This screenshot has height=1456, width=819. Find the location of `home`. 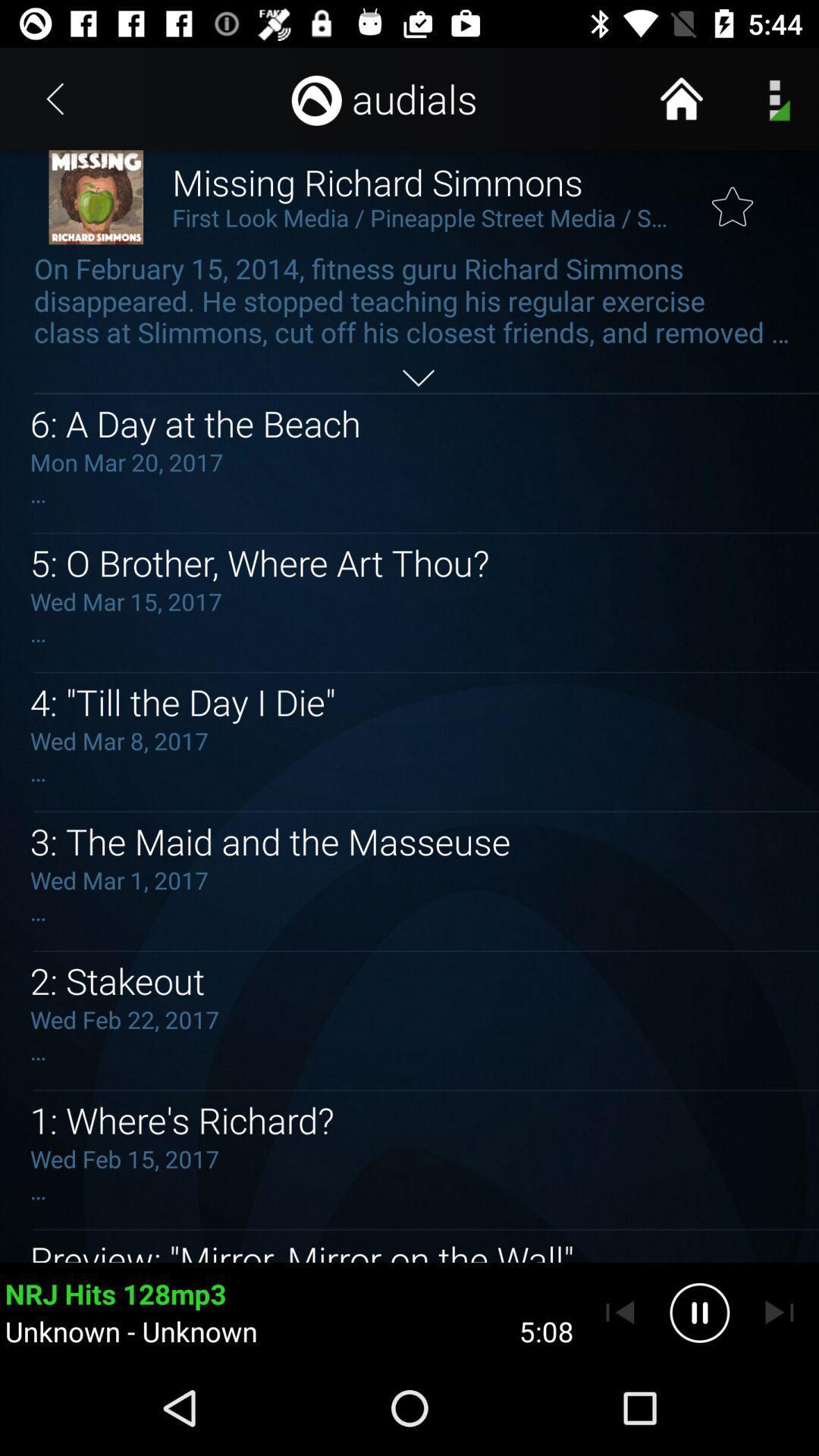

home is located at coordinates (680, 98).